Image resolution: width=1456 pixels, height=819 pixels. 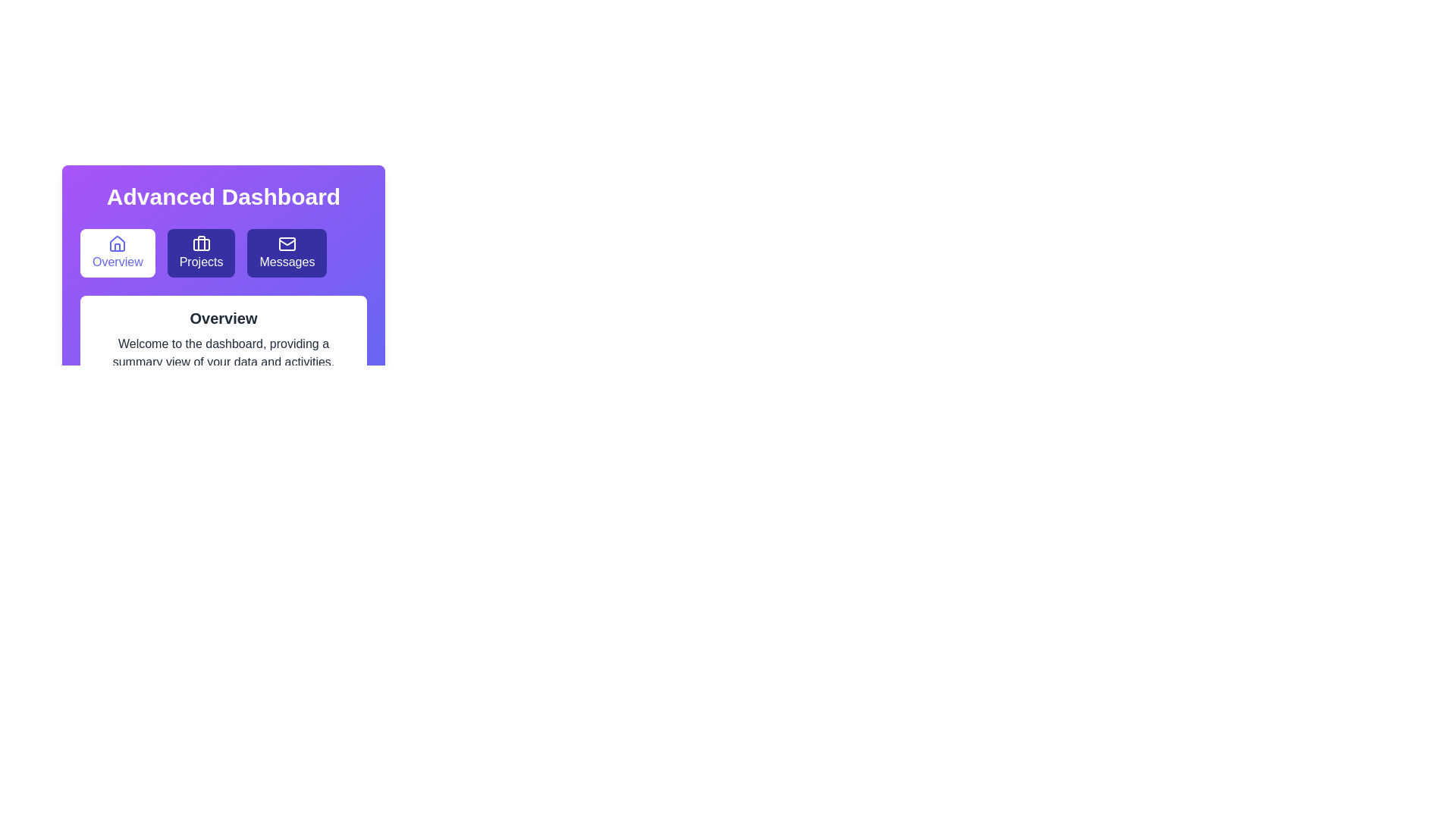 I want to click on the Projects tab by clicking its button, so click(x=199, y=253).